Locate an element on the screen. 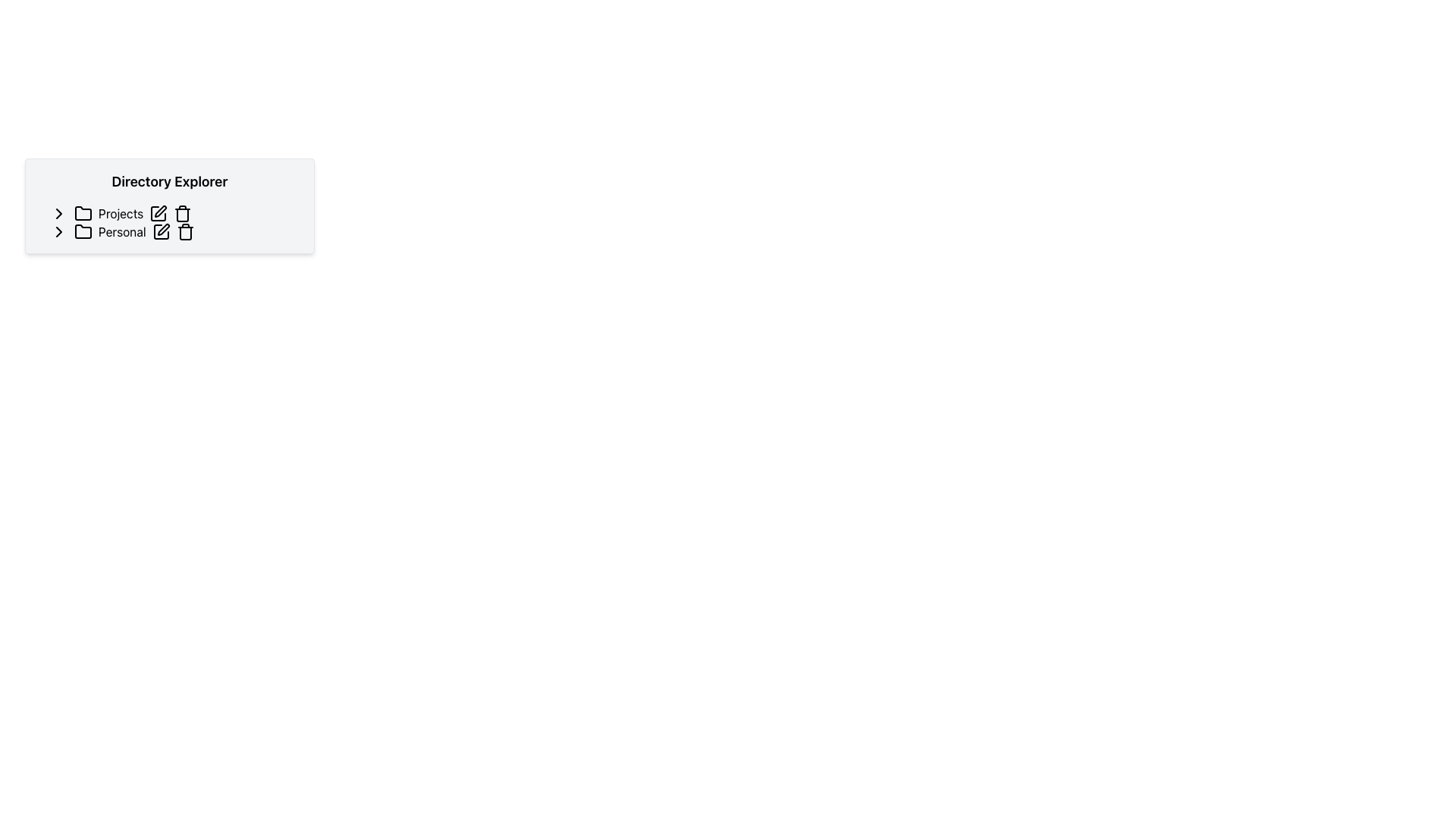 Image resolution: width=1456 pixels, height=819 pixels. the interactive icon within the SVG structure that is positioned near the text labeled 'Personal' in the Directory Explorer interface is located at coordinates (161, 231).